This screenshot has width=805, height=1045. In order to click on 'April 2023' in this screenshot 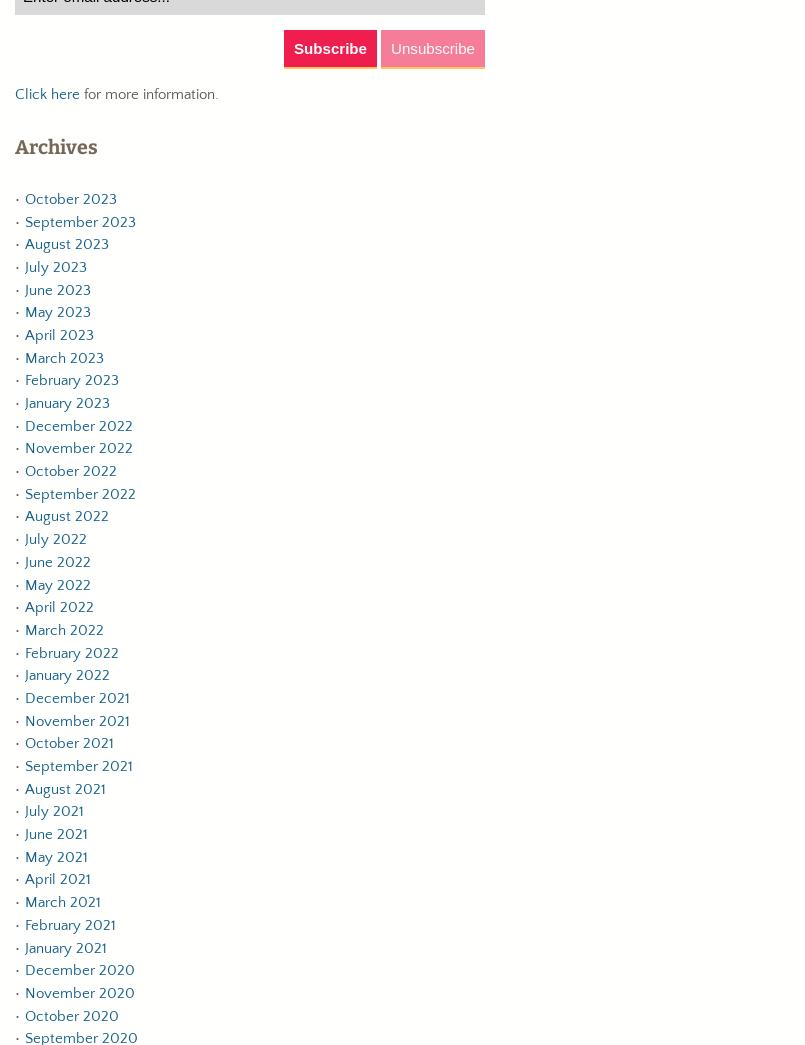, I will do `click(25, 334)`.